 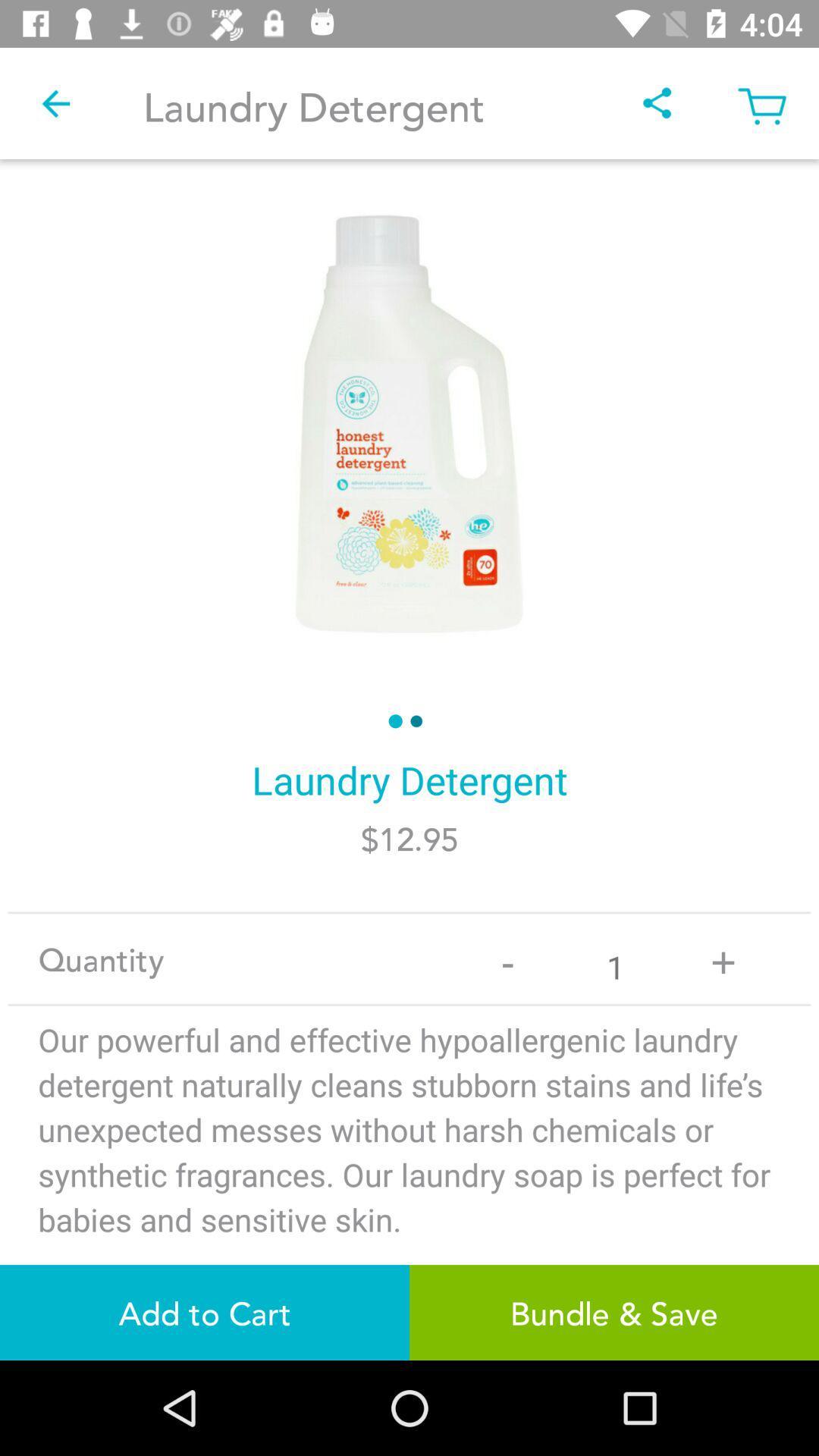 I want to click on the bundle & save item, so click(x=614, y=1312).